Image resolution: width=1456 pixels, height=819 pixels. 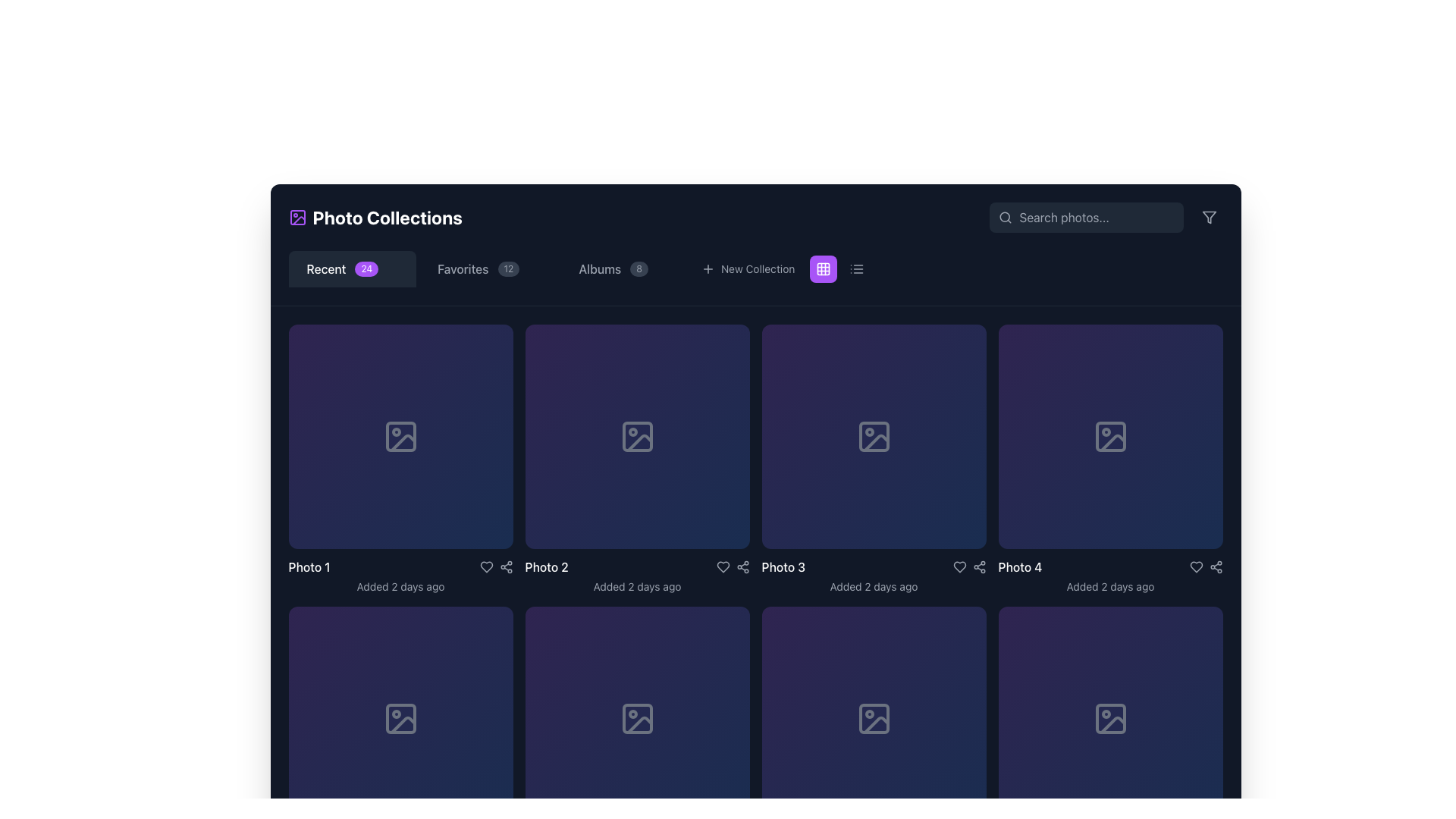 I want to click on the fourth card, so click(x=1110, y=458).